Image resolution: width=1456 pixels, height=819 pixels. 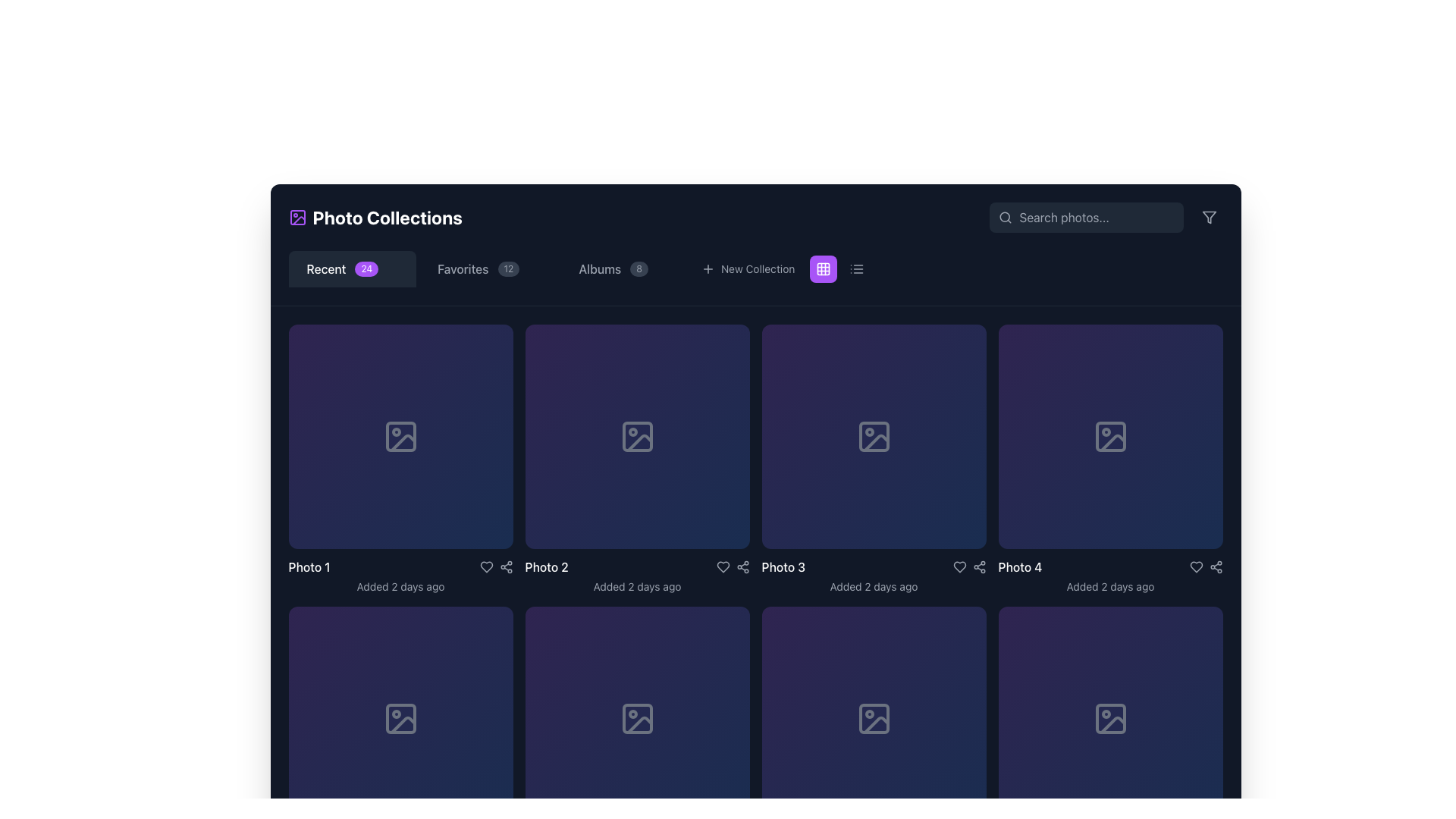 I want to click on the fourth card, so click(x=1110, y=458).